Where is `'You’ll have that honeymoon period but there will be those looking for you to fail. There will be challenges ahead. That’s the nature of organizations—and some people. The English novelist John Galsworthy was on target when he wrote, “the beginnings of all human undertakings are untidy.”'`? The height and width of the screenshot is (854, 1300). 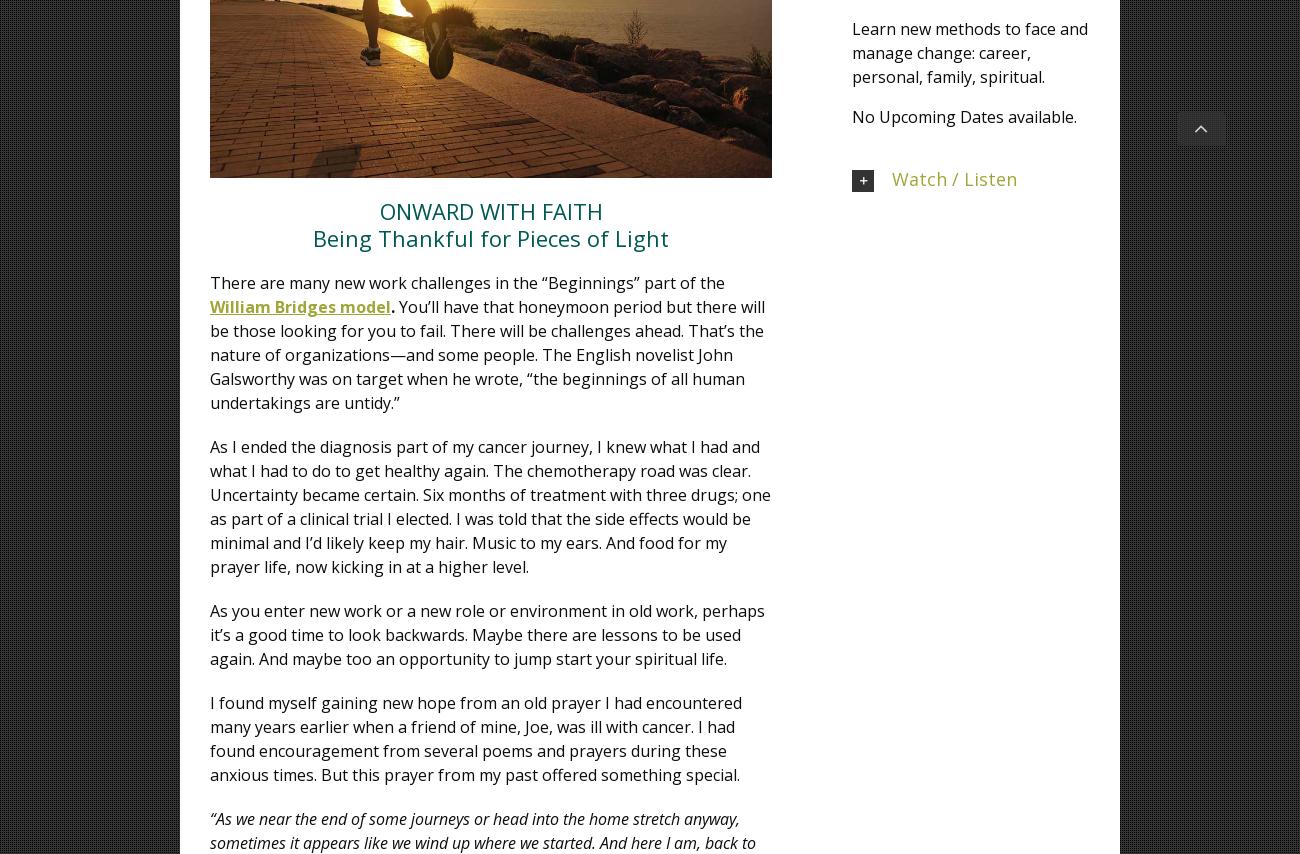
'You’ll have that honeymoon period but there will be those looking for you to fail. There will be challenges ahead. That’s the nature of organizations—and some people. The English novelist John Galsworthy was on target when he wrote, “the beginnings of all human undertakings are untidy.”' is located at coordinates (486, 355).